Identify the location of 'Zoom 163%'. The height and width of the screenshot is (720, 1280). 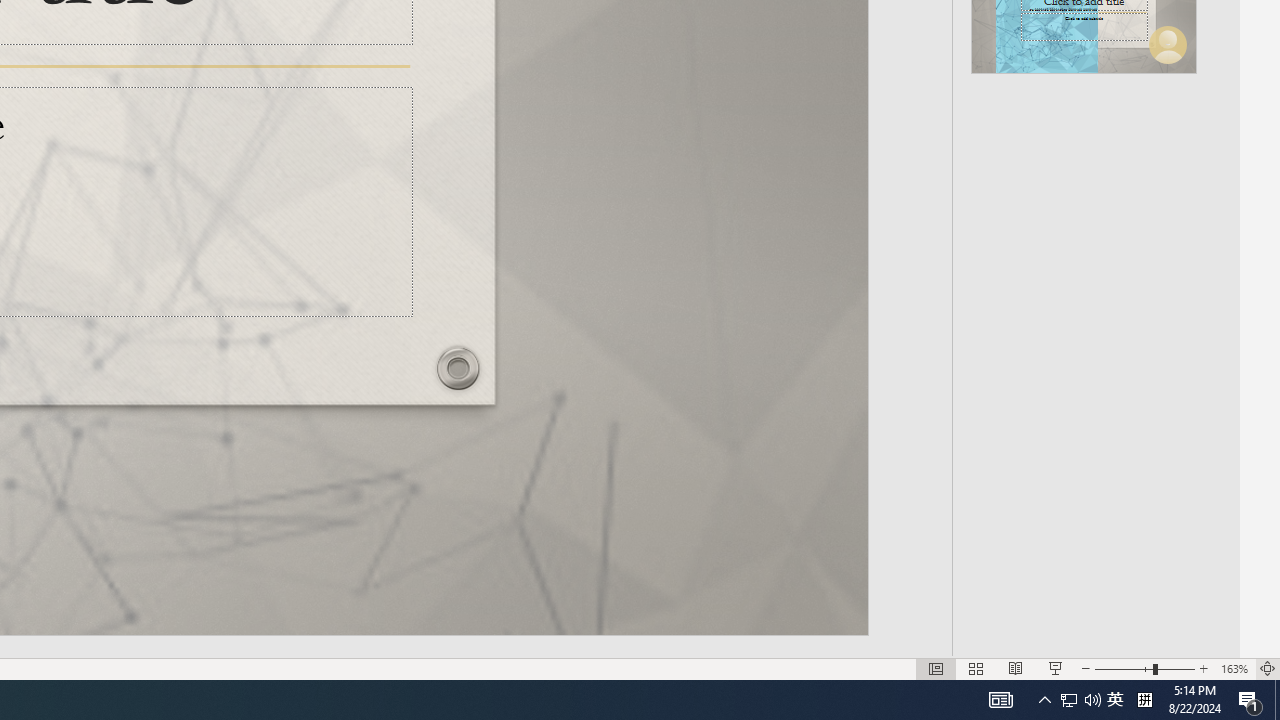
(1233, 669).